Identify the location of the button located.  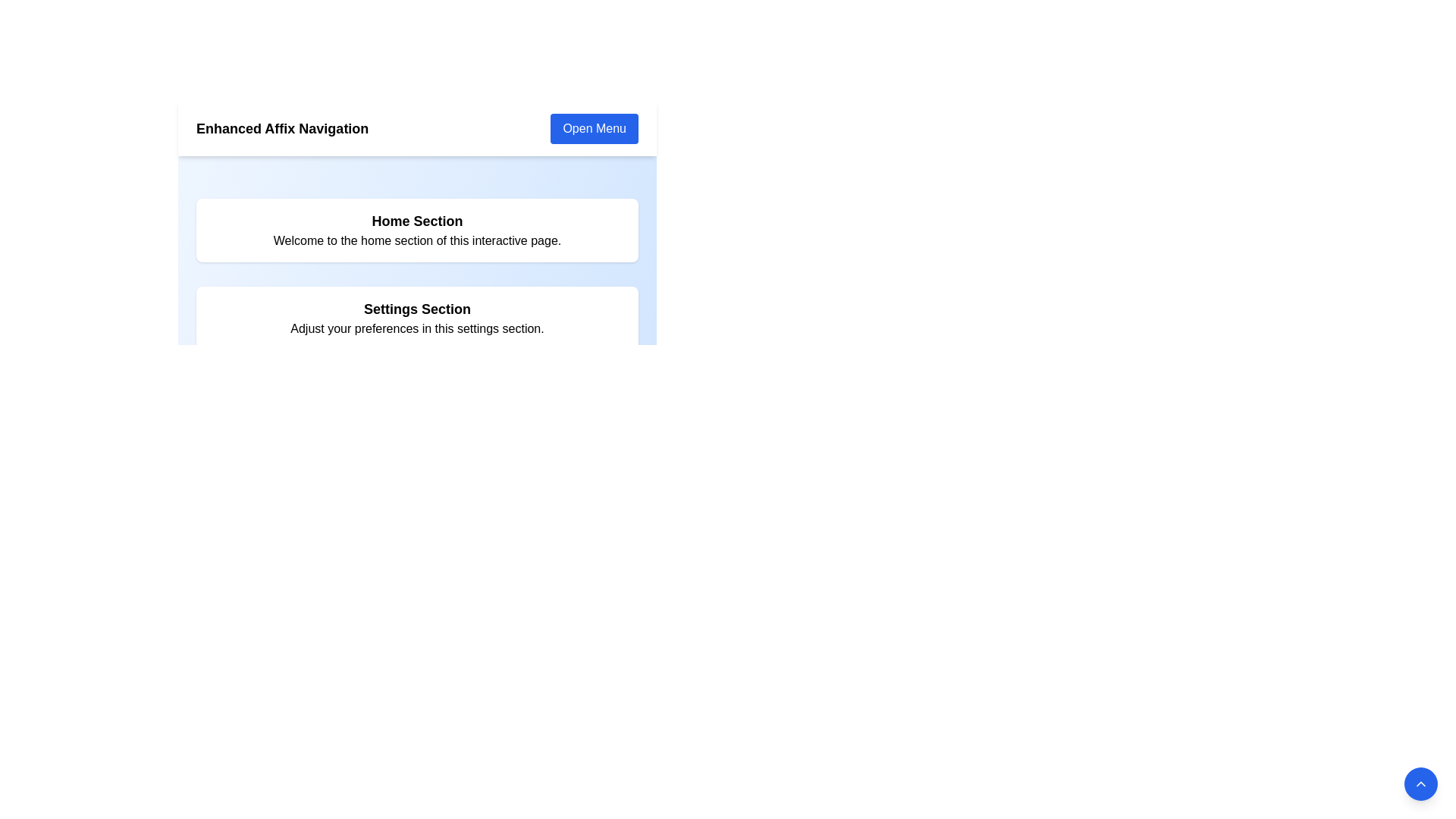
(593, 127).